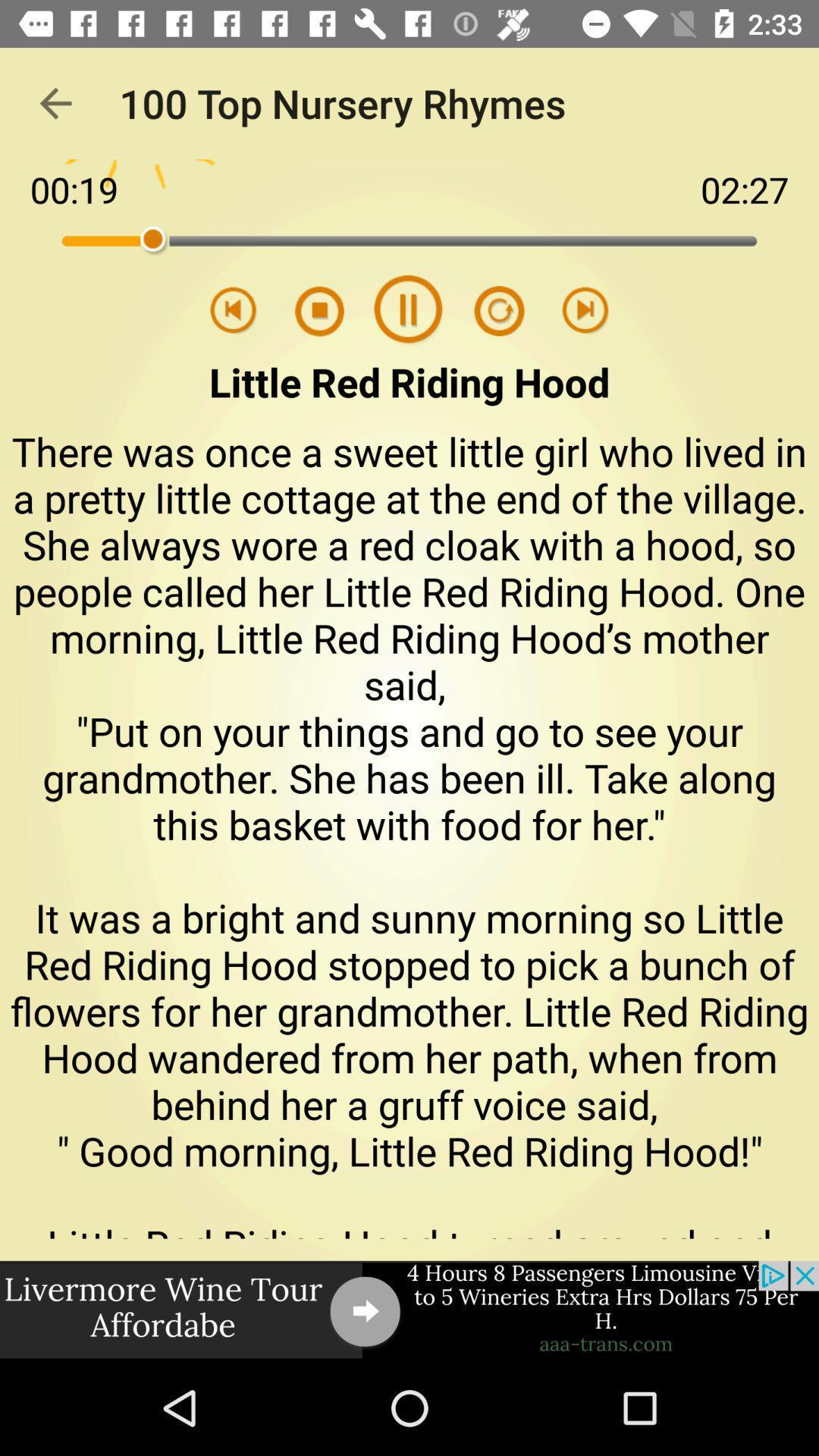  What do you see at coordinates (328, 310) in the screenshot?
I see `play` at bounding box center [328, 310].